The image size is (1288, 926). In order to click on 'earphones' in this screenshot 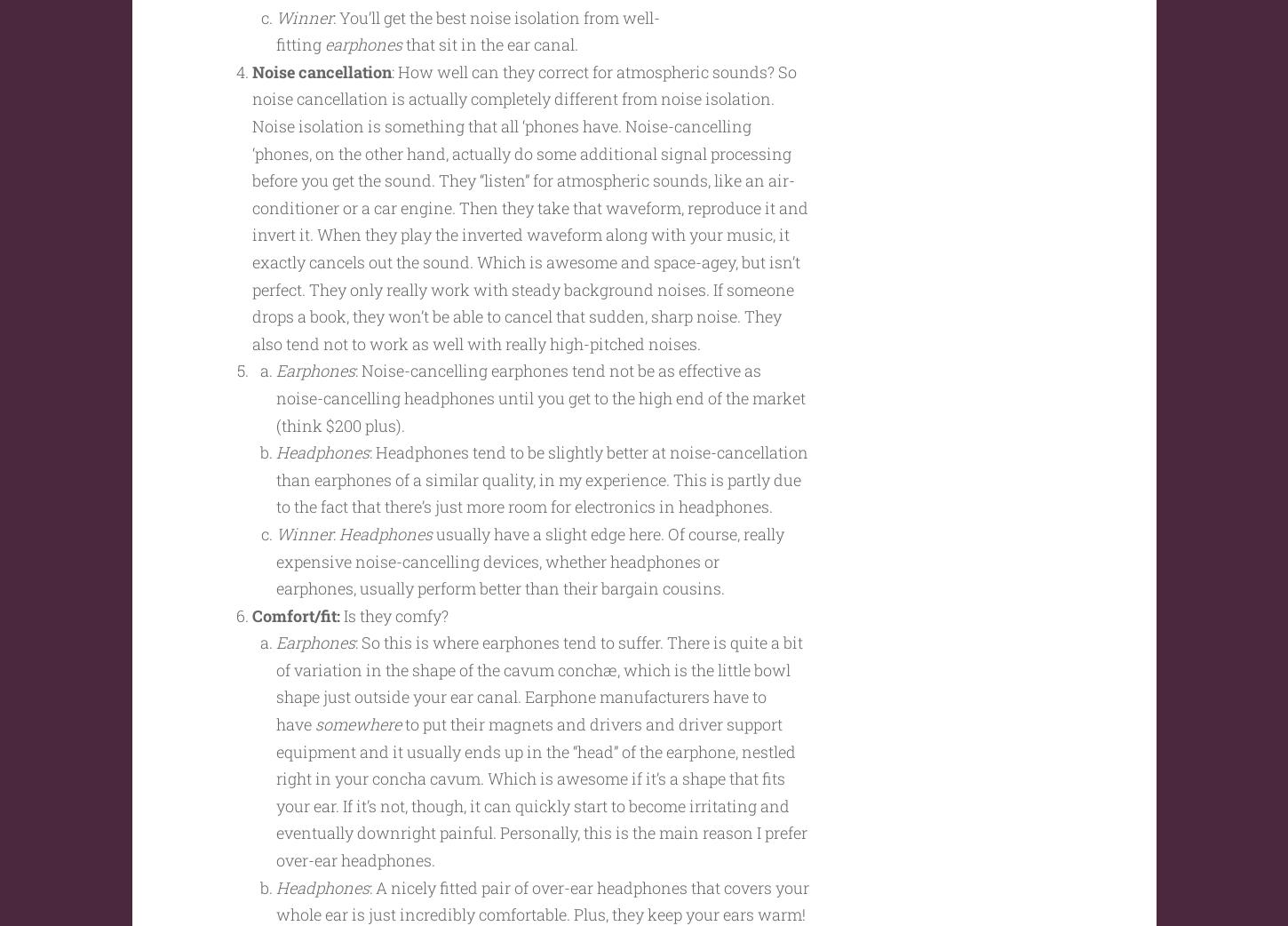, I will do `click(363, 78)`.